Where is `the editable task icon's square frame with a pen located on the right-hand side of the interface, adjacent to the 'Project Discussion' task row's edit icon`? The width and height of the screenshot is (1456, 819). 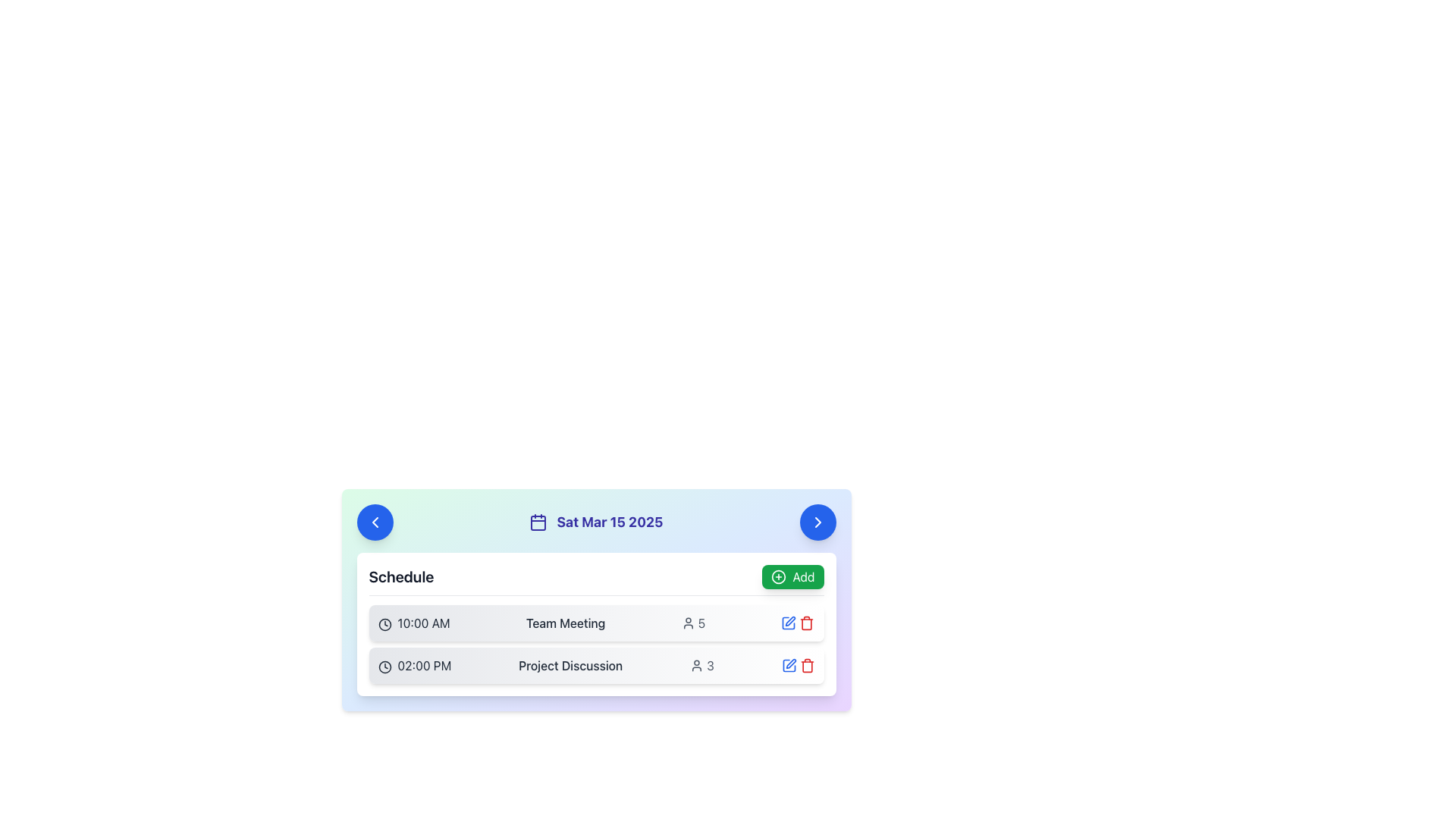 the editable task icon's square frame with a pen located on the right-hand side of the interface, adjacent to the 'Project Discussion' task row's edit icon is located at coordinates (789, 623).